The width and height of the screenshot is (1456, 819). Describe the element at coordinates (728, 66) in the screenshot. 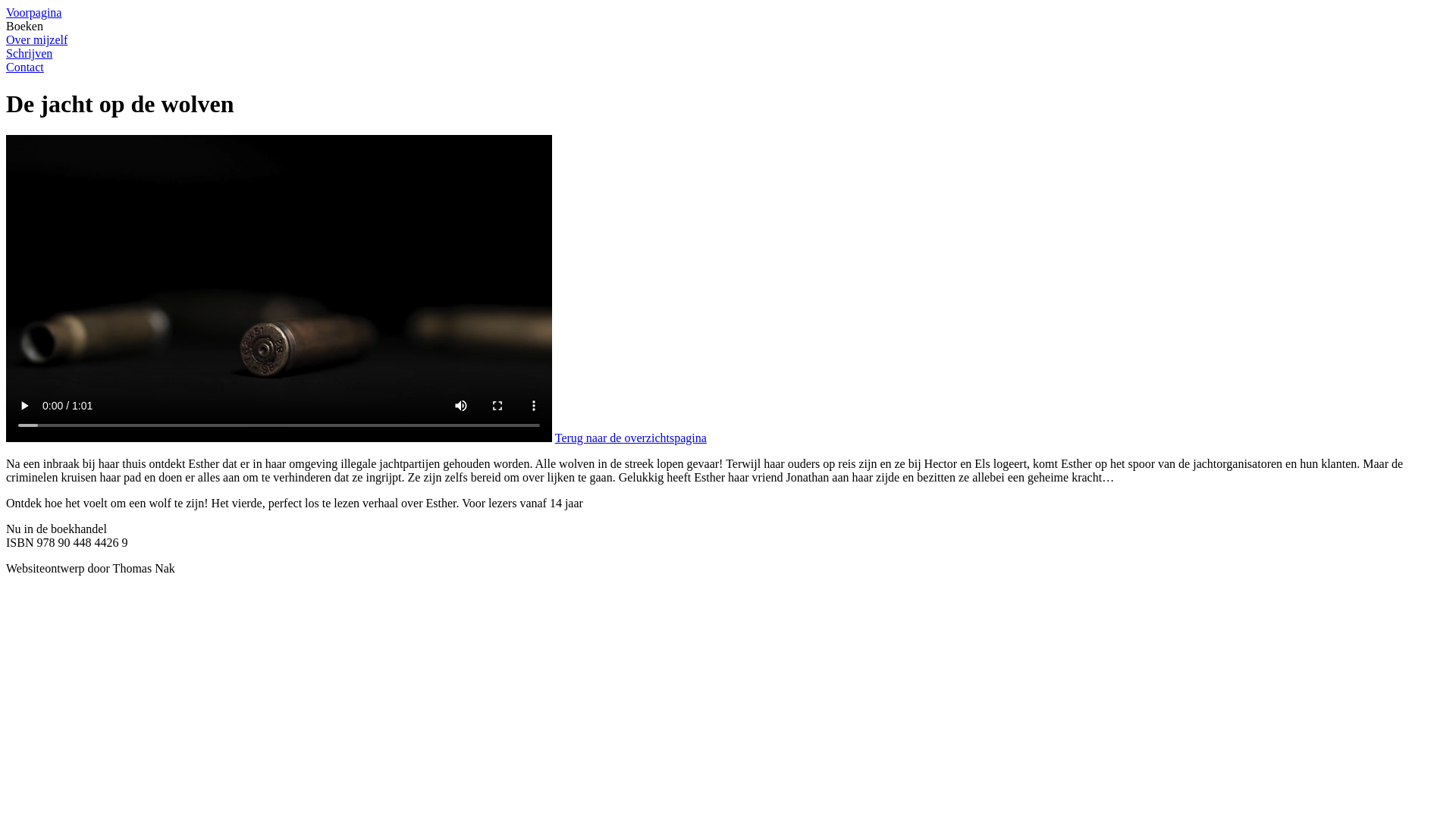

I see `'Contact'` at that location.